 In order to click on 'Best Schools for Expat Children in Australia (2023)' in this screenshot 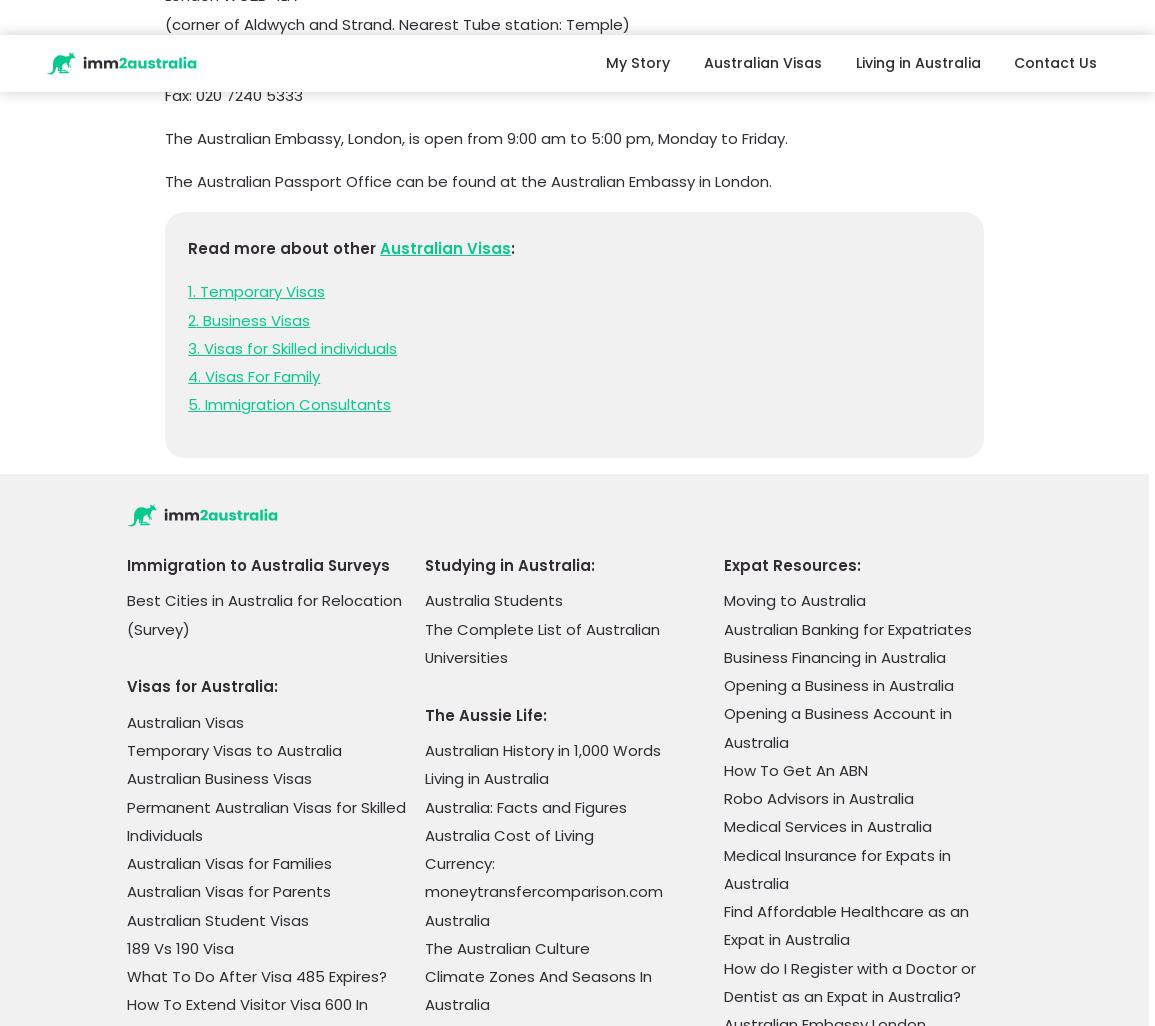, I will do `click(722, 626)`.